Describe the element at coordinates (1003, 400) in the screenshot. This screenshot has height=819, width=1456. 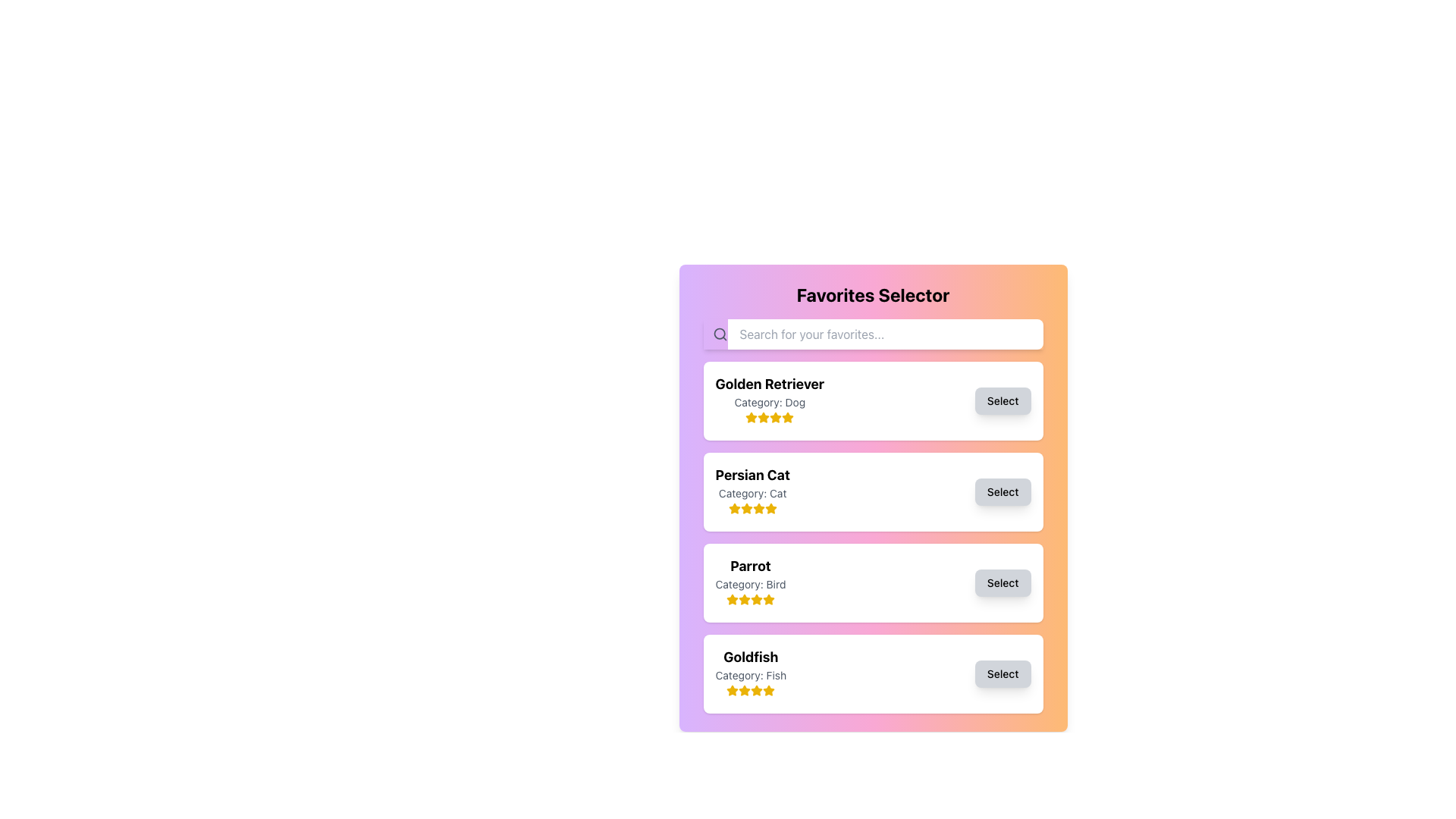
I see `the 'Select' button with a gray background and black text, located to the right of the 'Golden Retriever' title in the list` at that location.